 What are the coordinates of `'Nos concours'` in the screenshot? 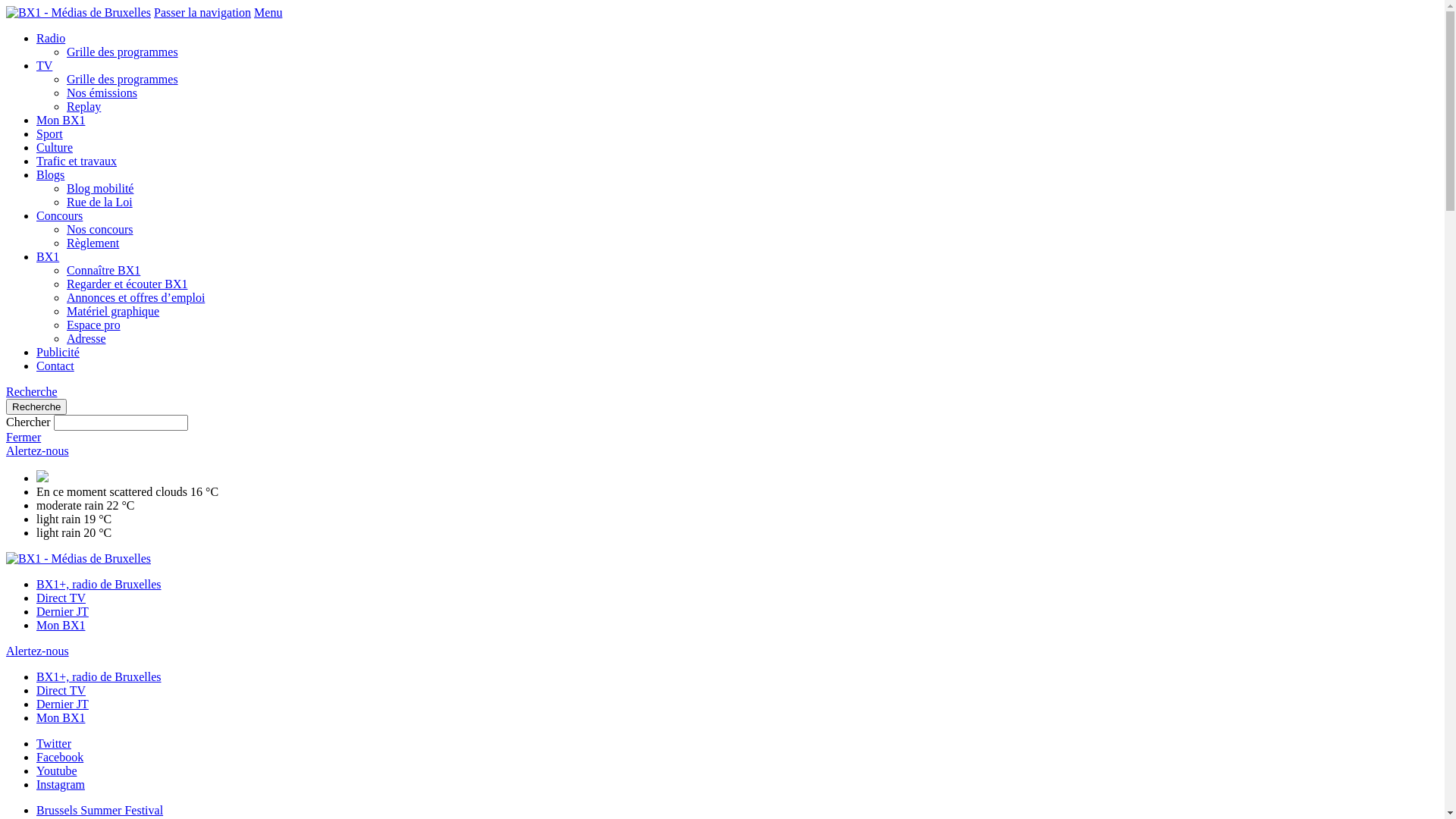 It's located at (65, 229).